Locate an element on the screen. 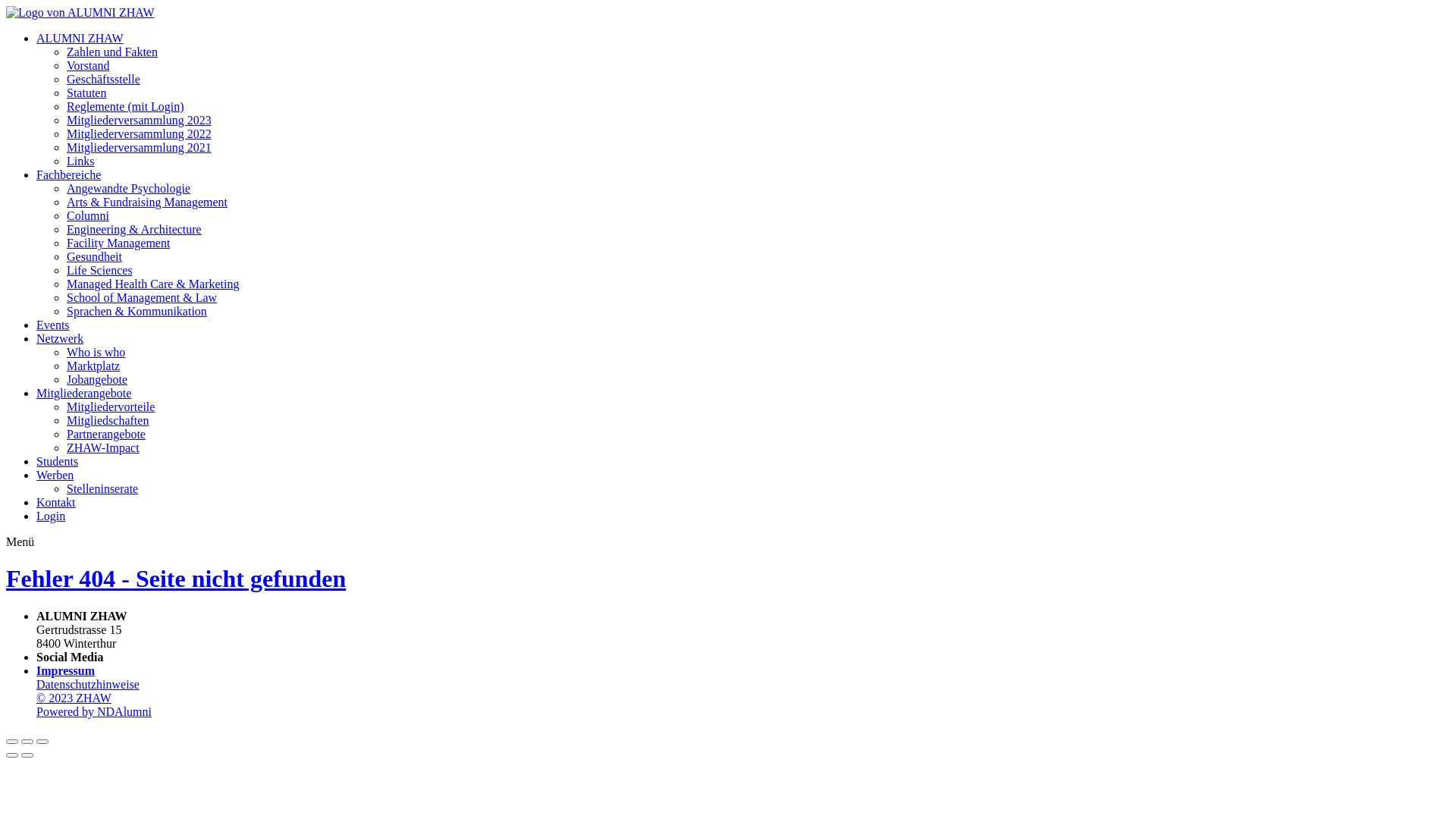  'Mitgliederangebote' is located at coordinates (83, 392).